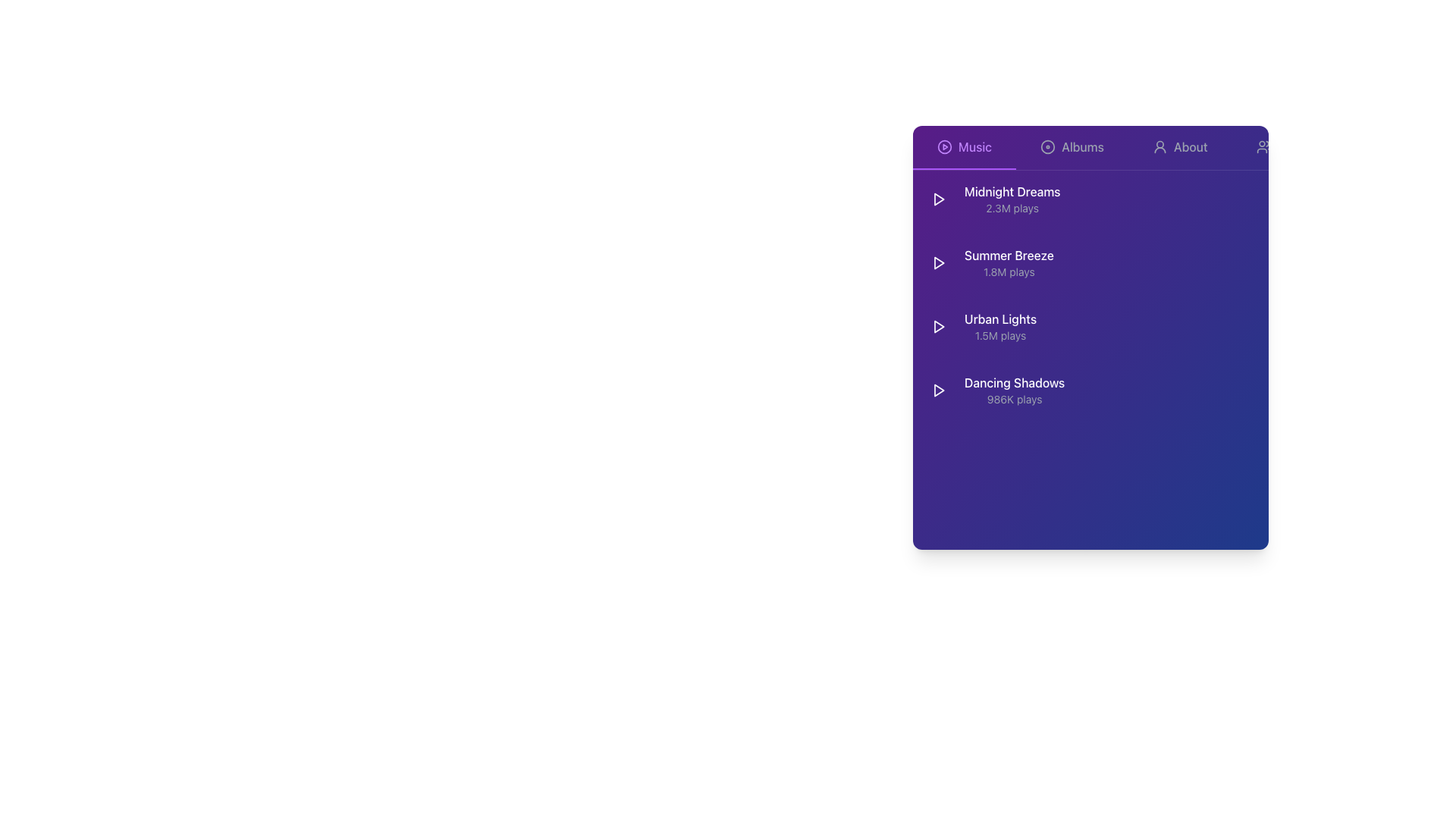  Describe the element at coordinates (1090, 390) in the screenshot. I see `the list item titled 'Dancing Shadows' with a subtitle '986K plays'` at that location.